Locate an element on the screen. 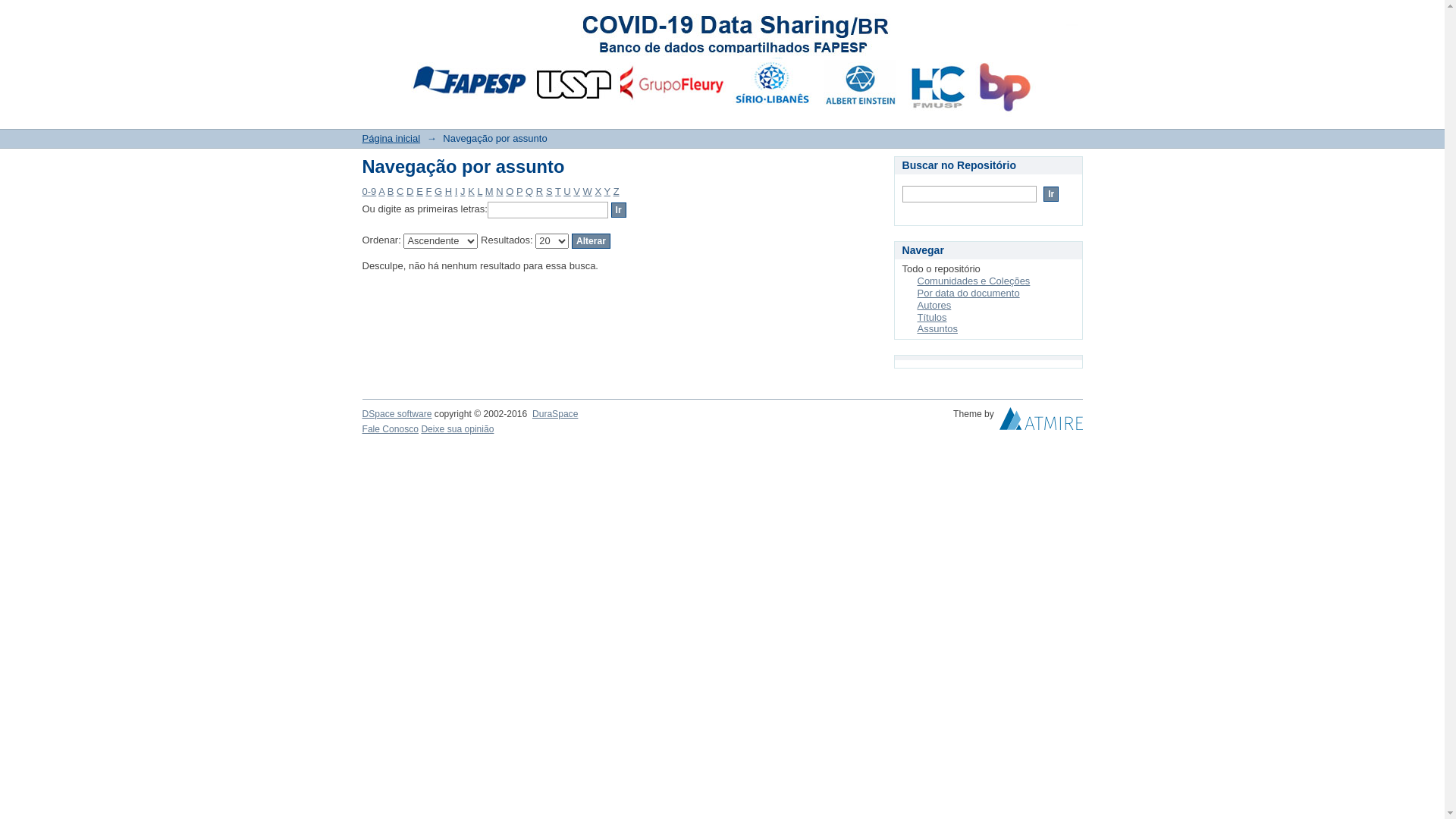  'L' is located at coordinates (479, 190).